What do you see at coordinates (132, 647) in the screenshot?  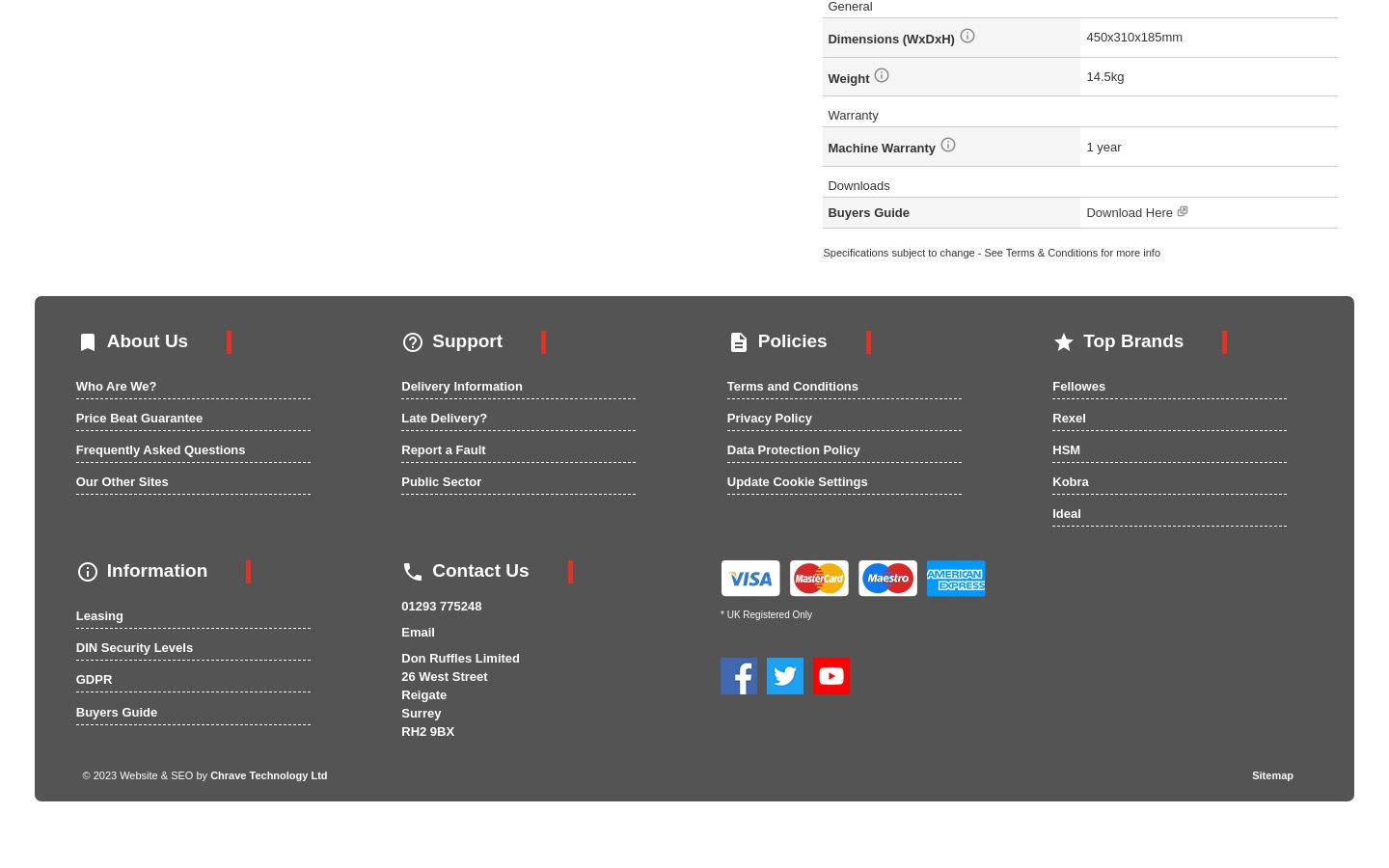 I see `'DIN Security Levels'` at bounding box center [132, 647].